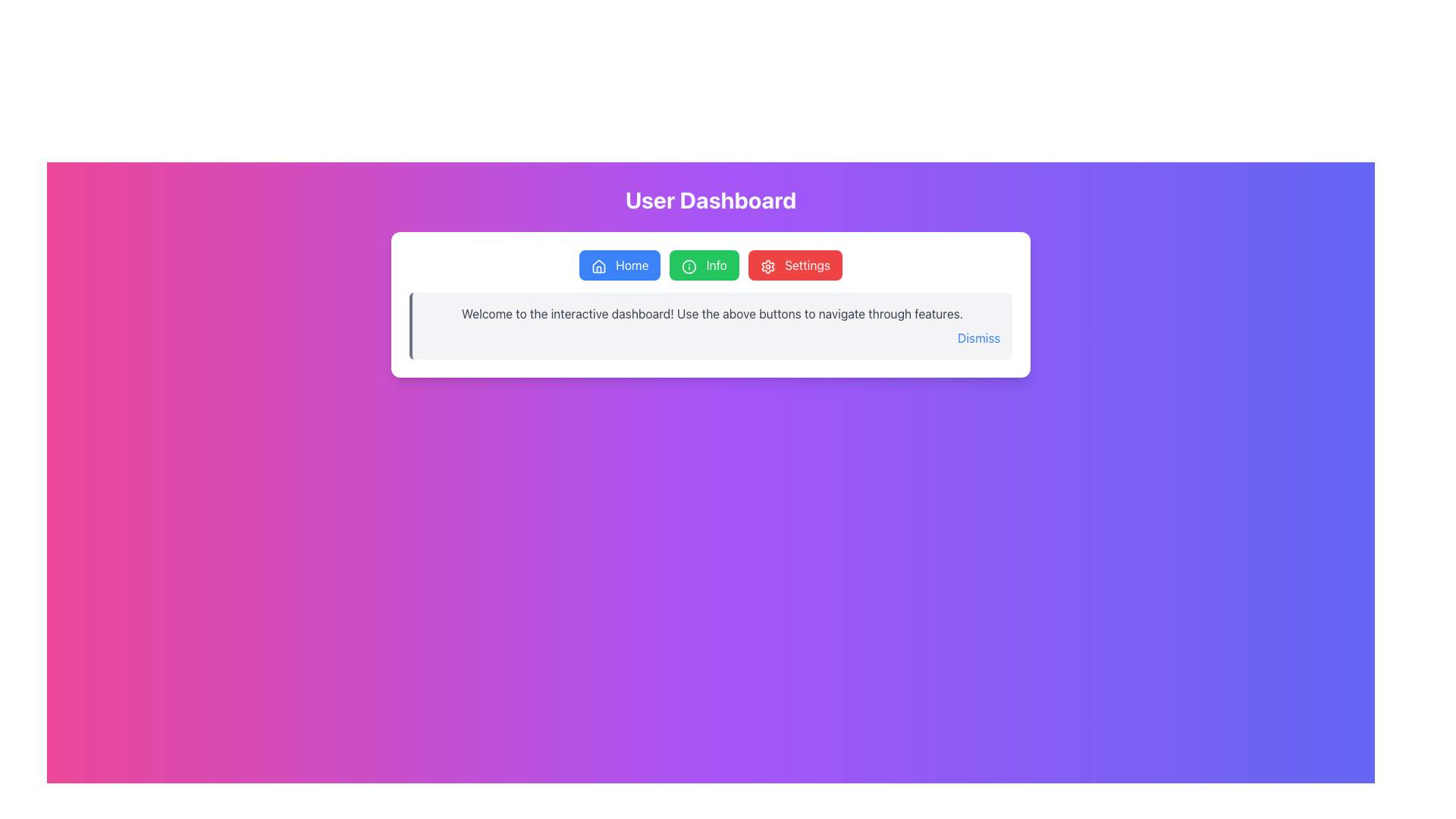 This screenshot has height=819, width=1456. What do you see at coordinates (704, 265) in the screenshot?
I see `the green 'Info' button with rounded corners for keyboard interaction` at bounding box center [704, 265].